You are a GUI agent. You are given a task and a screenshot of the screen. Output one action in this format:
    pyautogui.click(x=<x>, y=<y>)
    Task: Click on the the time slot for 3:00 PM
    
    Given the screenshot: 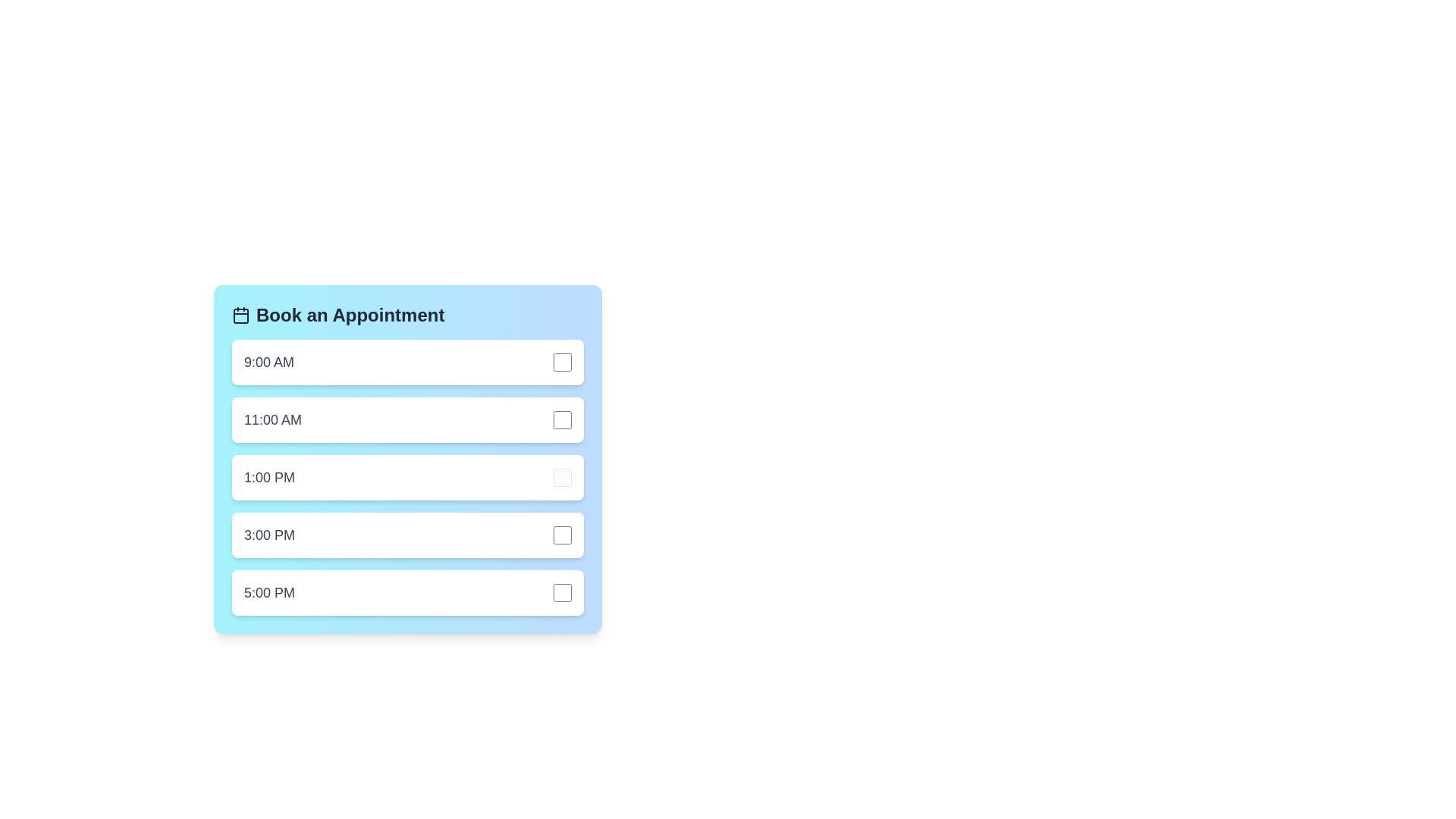 What is the action you would take?
    pyautogui.click(x=407, y=534)
    